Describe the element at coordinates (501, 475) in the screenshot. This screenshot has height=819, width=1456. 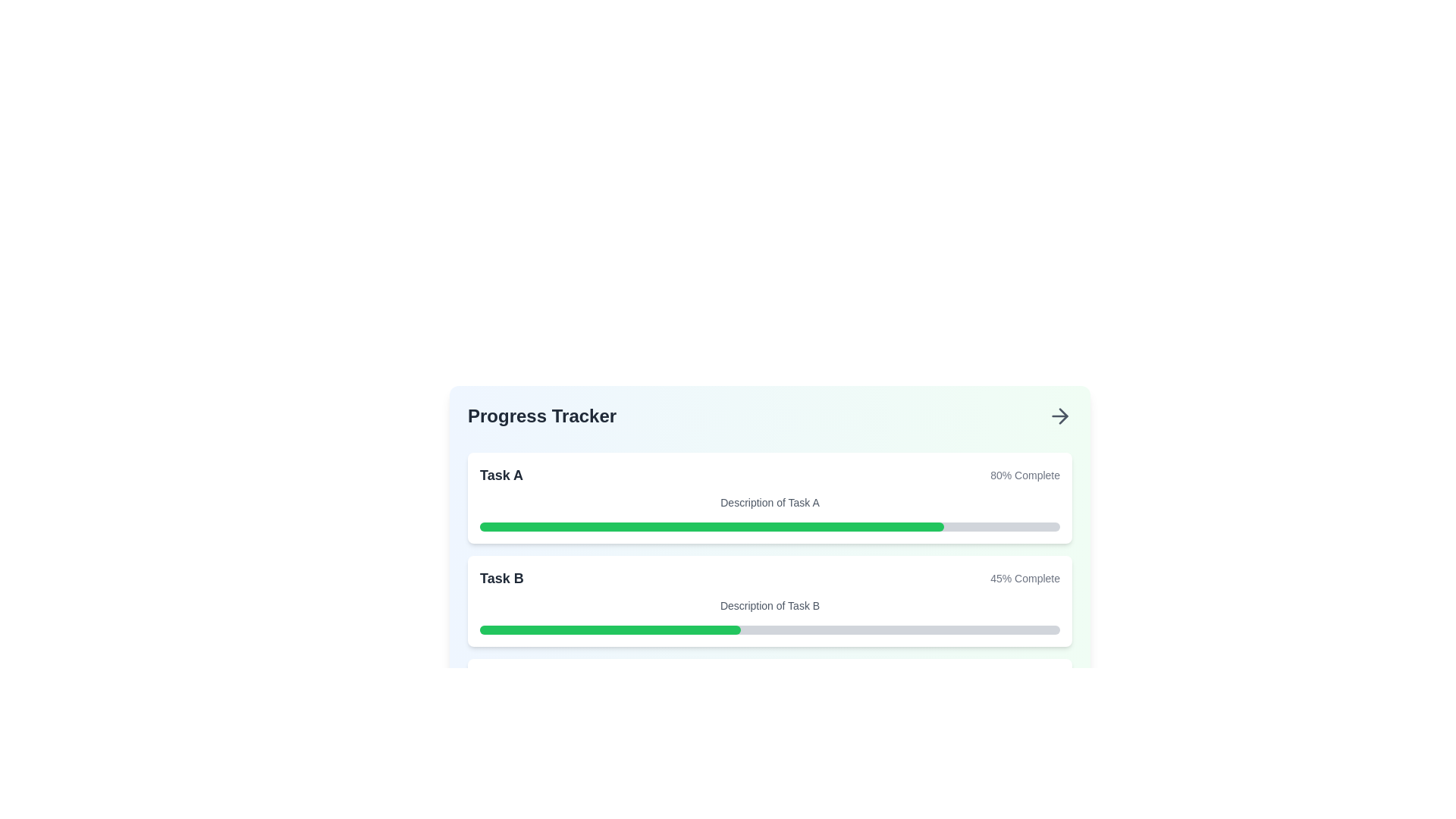
I see `prominent bold text 'Task A' located at the top-left corner of the 'Progress Tracker' section, styled in dark grey against a light background` at that location.